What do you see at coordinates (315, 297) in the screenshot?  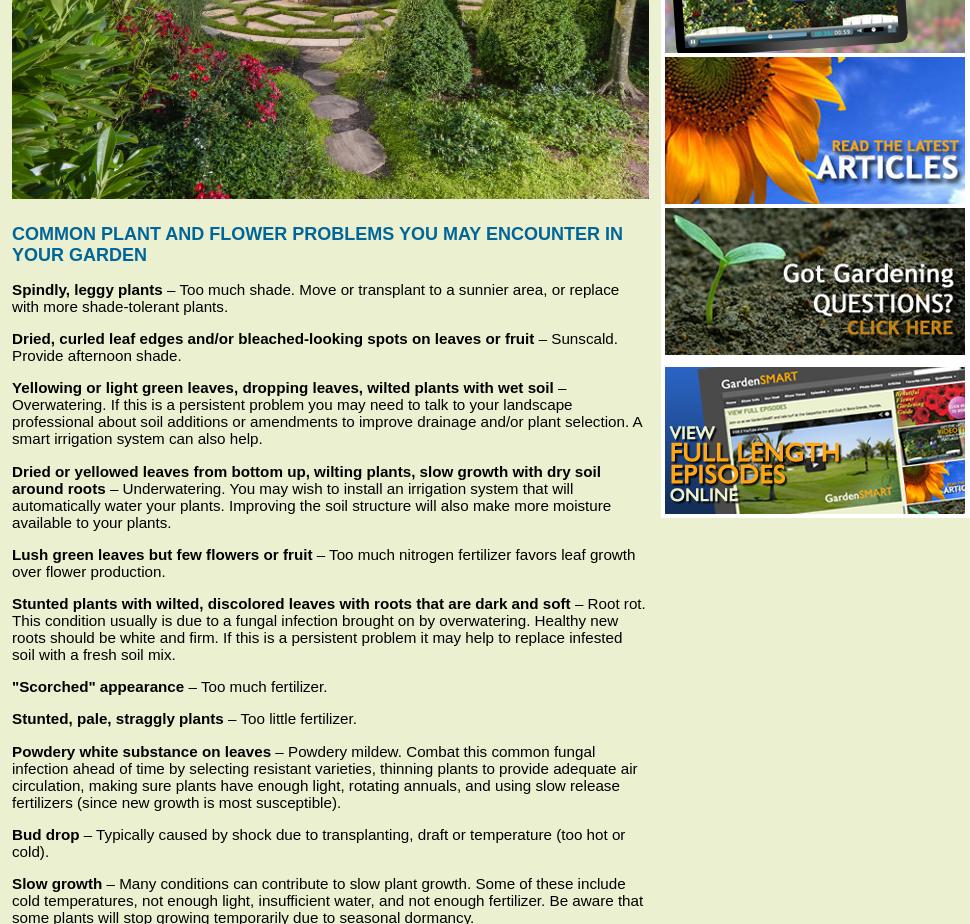 I see `'– Too much shade. Move or transplant to a sunnier area, or replace with more shade-tolerant plants.'` at bounding box center [315, 297].